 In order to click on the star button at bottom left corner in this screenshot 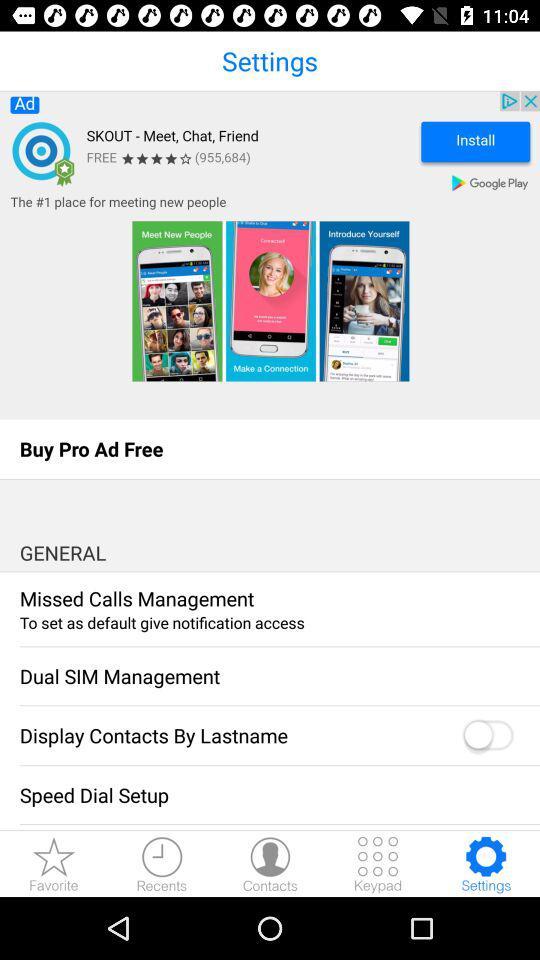, I will do `click(54, 863)`.